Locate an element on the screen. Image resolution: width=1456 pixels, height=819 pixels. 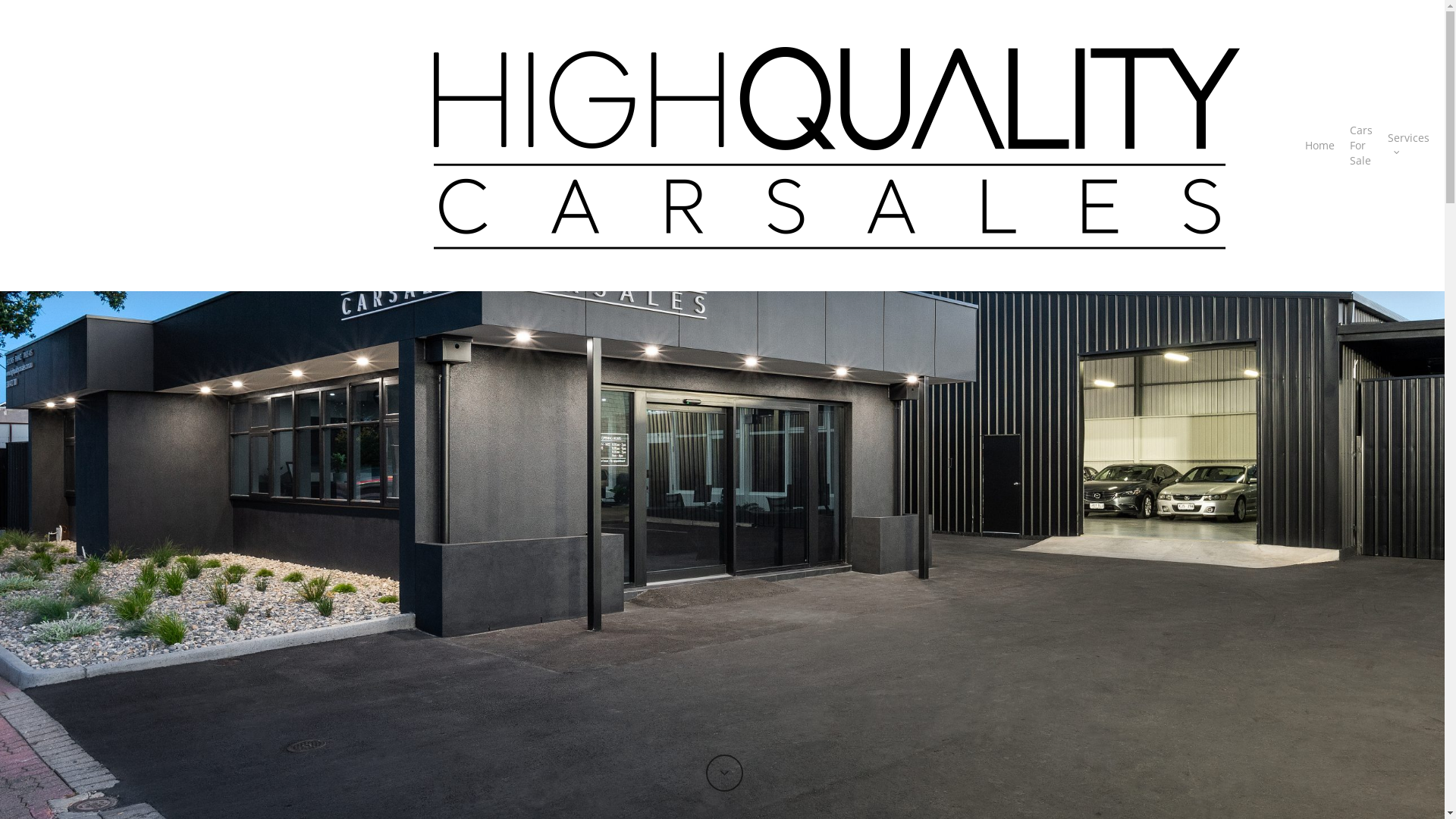
'Cars For Sale' is located at coordinates (1350, 146).